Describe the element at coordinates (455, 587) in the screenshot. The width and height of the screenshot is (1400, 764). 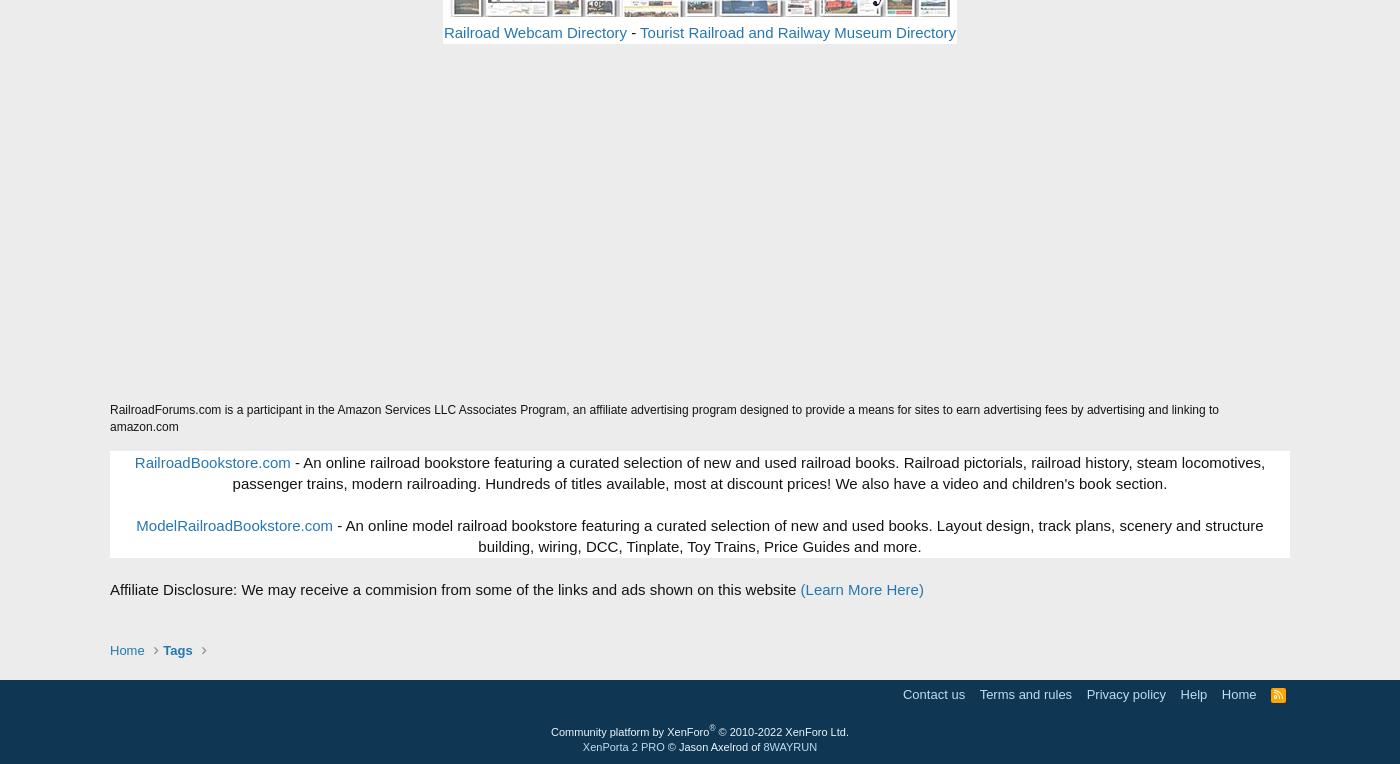
I see `'Affiliate Disclosure: We may receive a commision from some of the links and ads shown on this website'` at that location.